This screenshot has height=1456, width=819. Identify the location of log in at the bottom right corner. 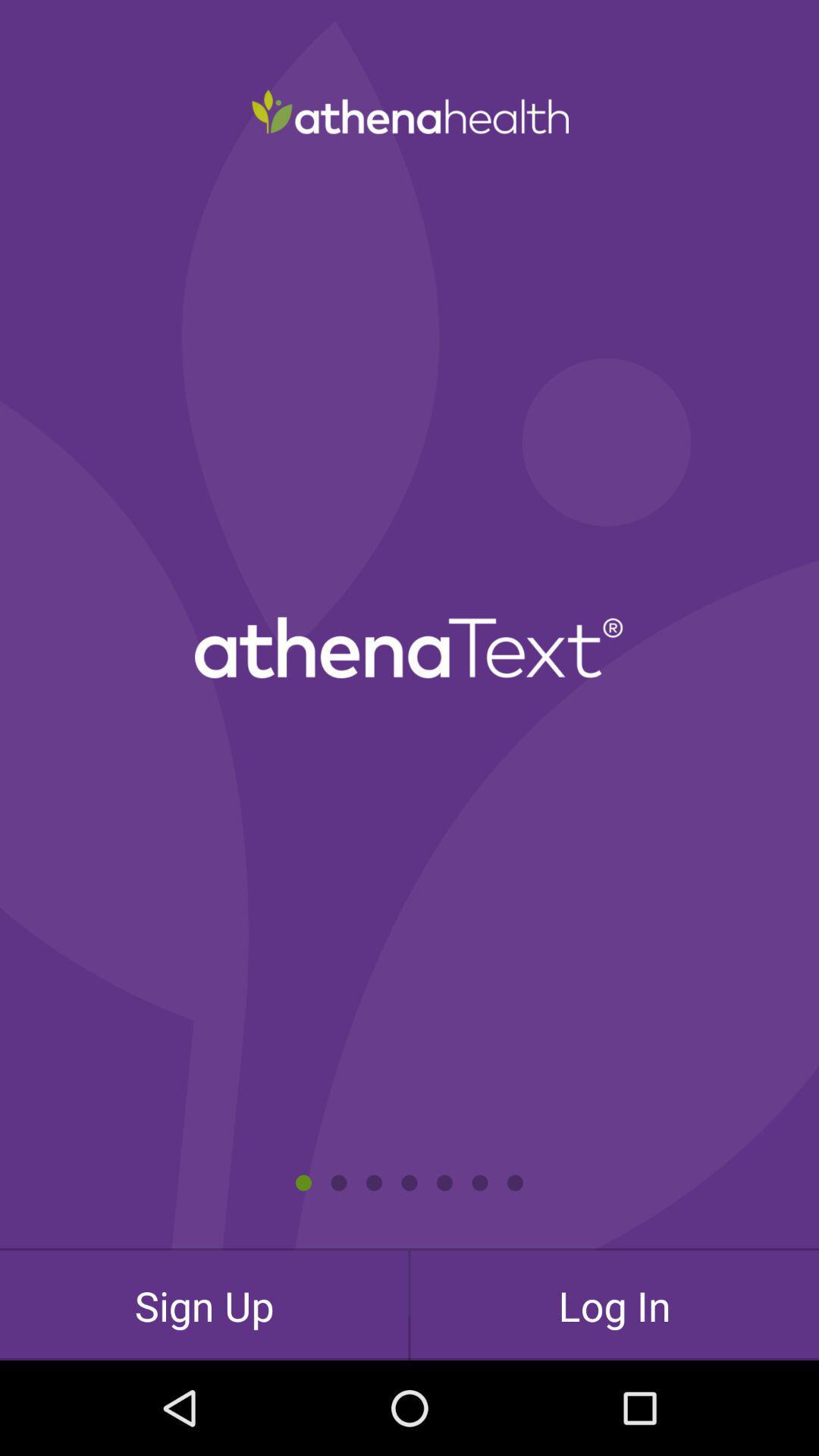
(614, 1304).